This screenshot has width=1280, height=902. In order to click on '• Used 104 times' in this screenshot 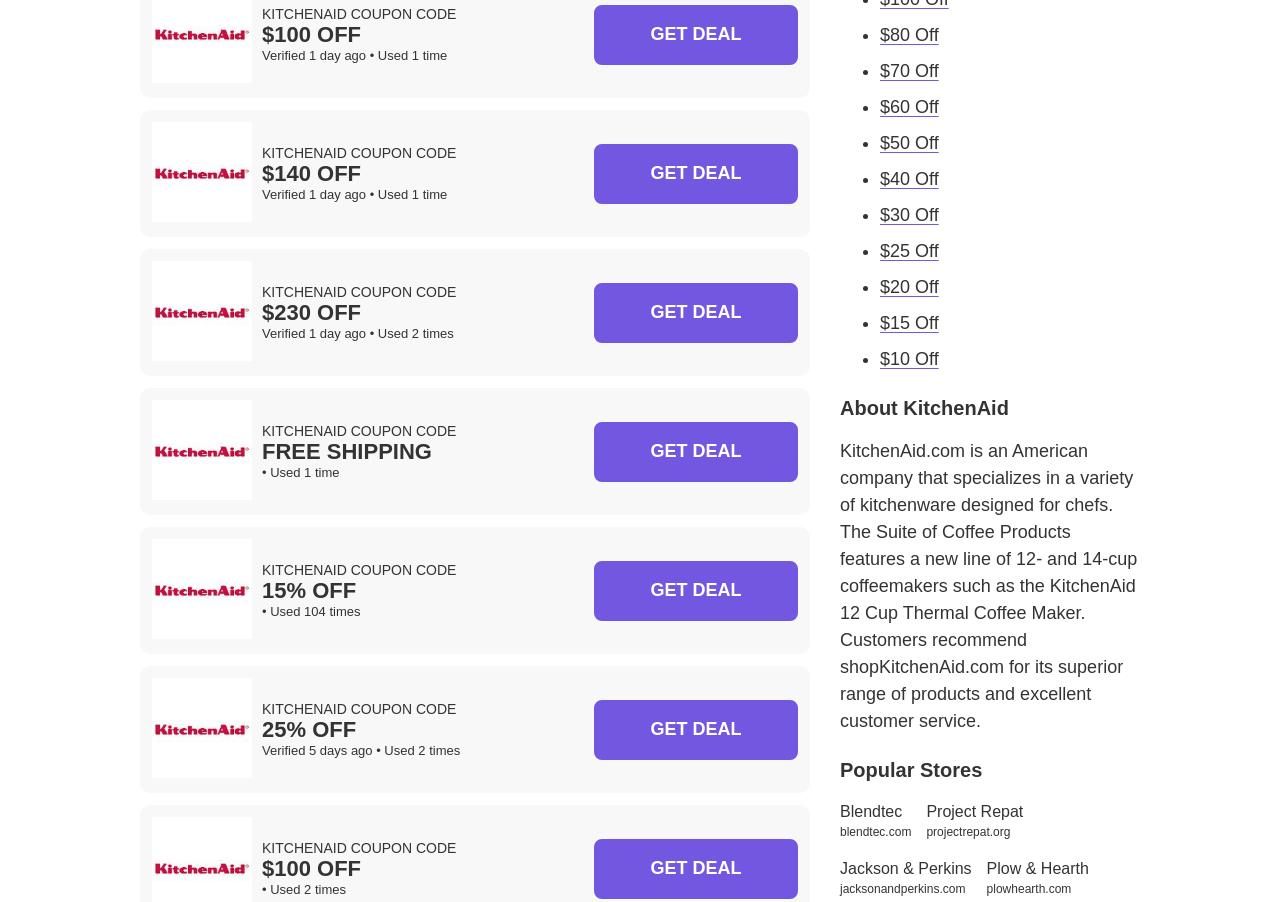, I will do `click(310, 610)`.